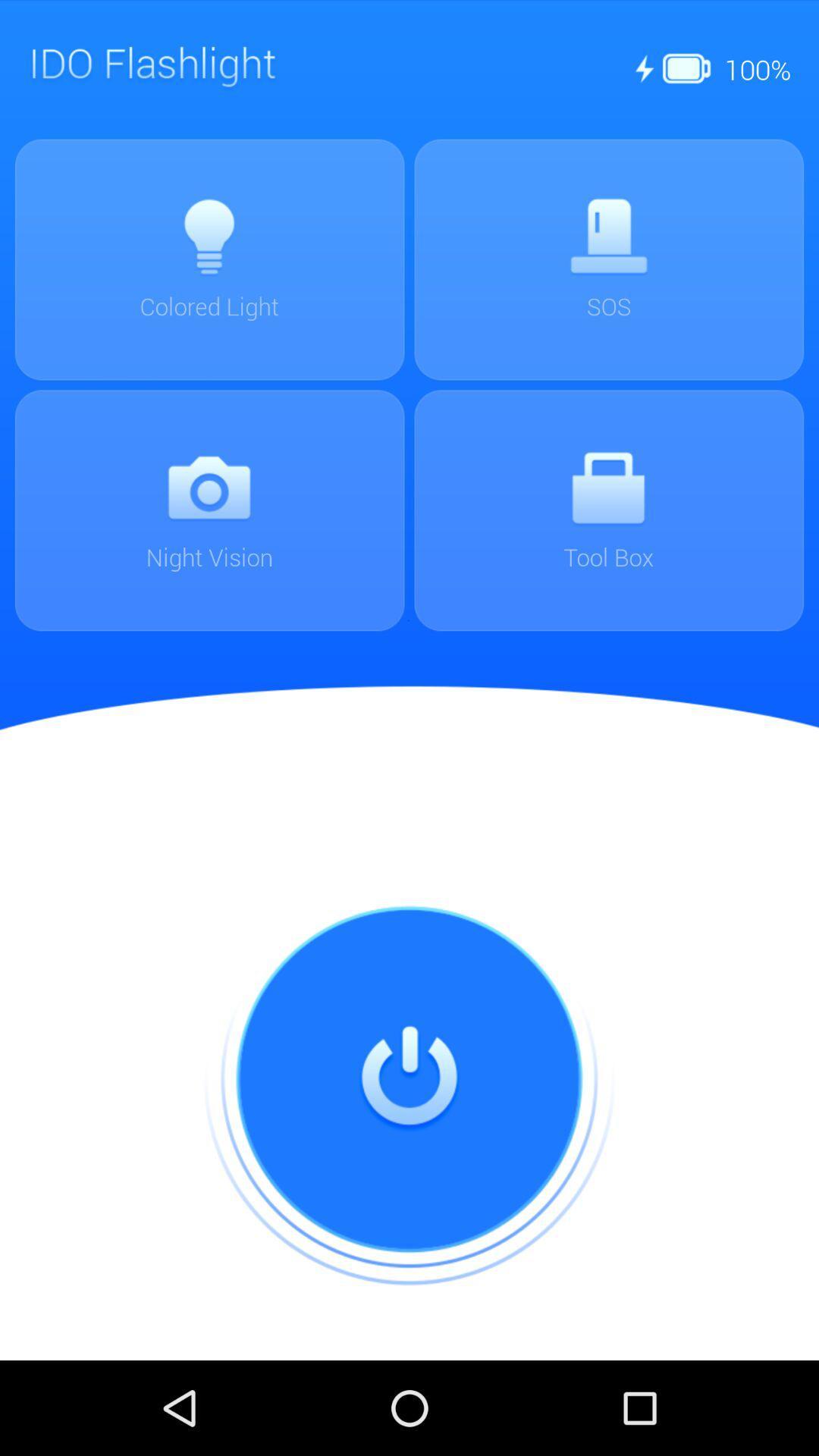 Image resolution: width=819 pixels, height=1456 pixels. Describe the element at coordinates (409, 1079) in the screenshot. I see `on` at that location.